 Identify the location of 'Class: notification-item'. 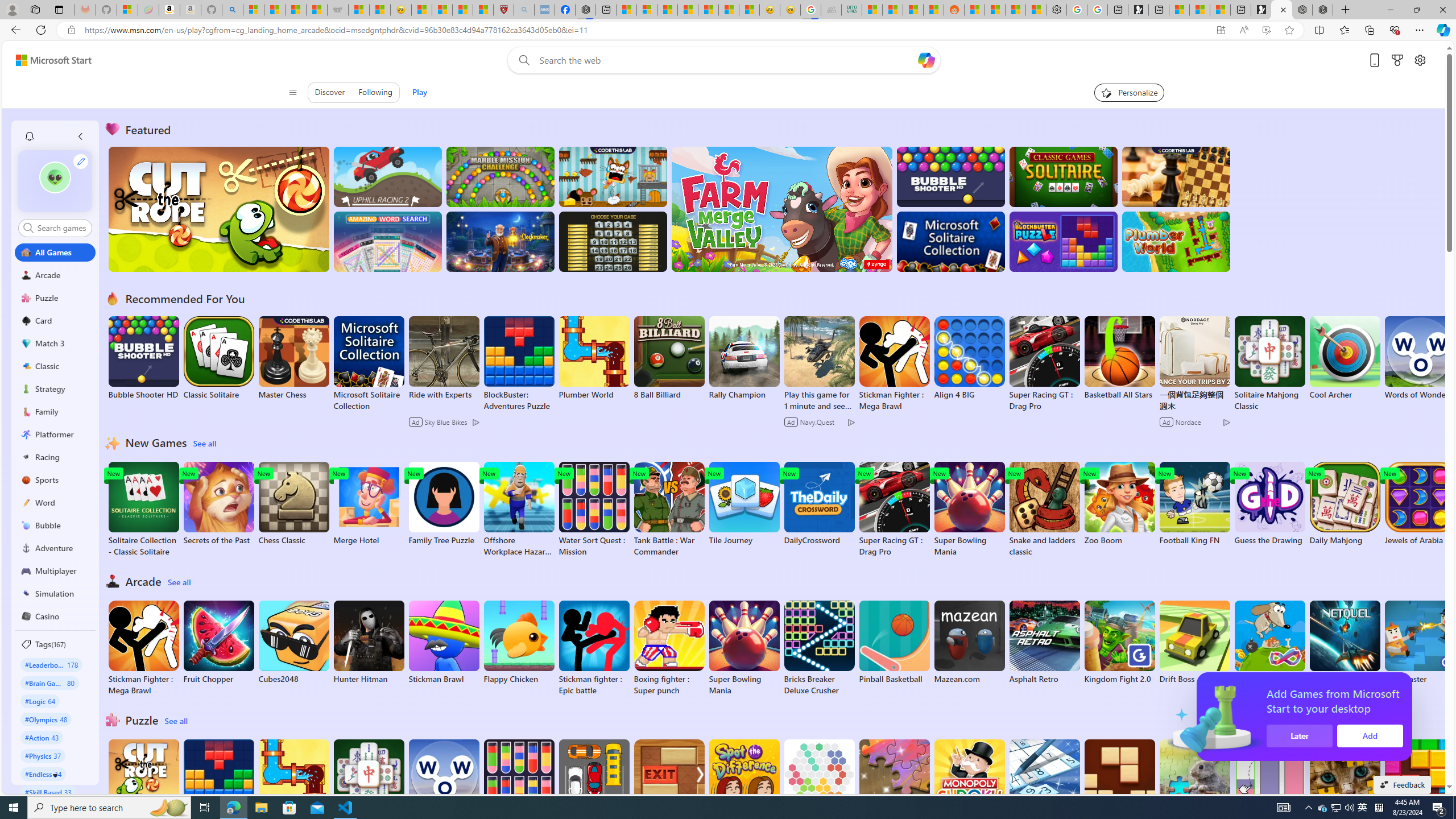
(28, 136).